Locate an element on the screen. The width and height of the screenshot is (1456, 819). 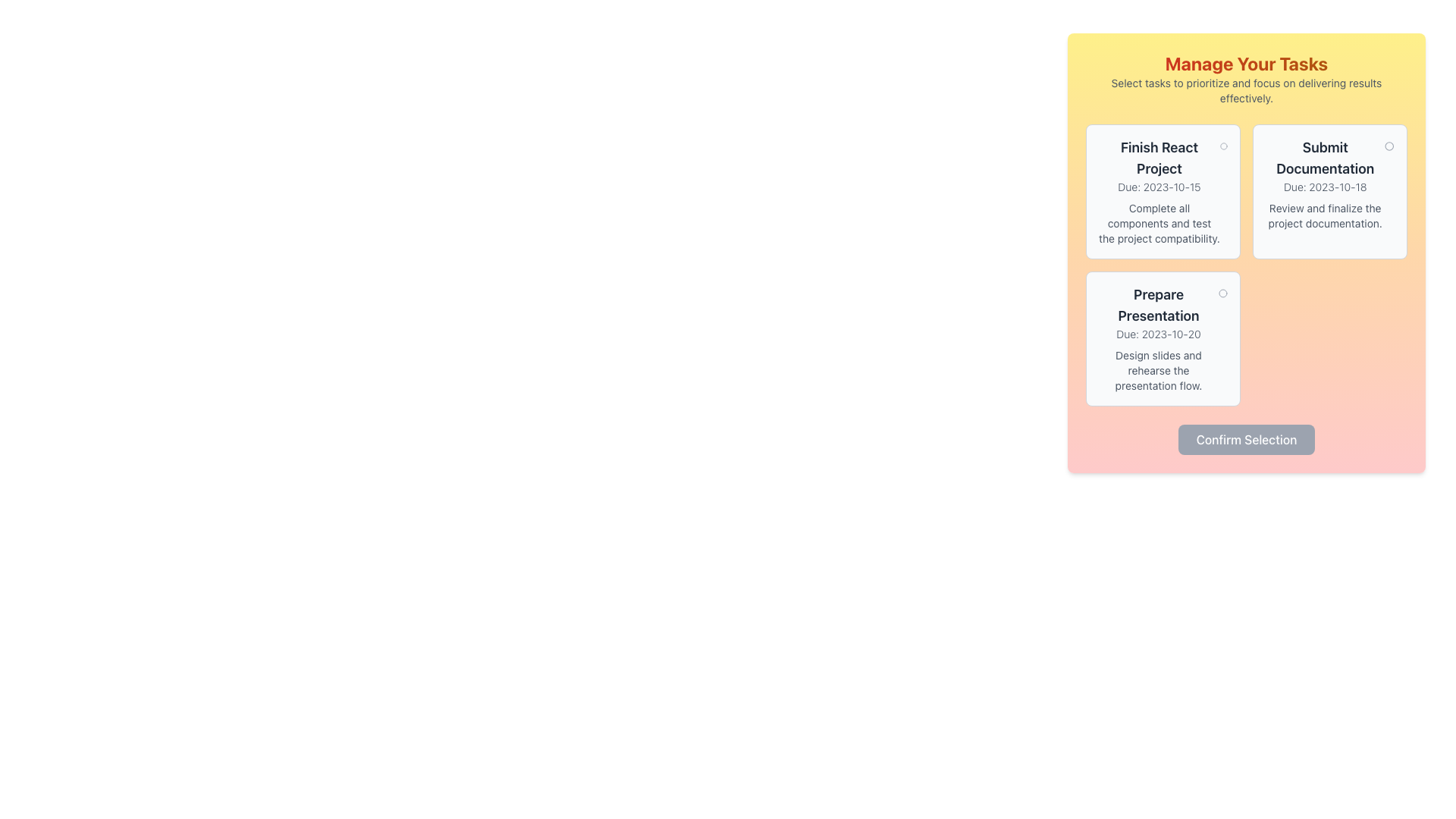
text label displaying 'Due: 2023-10-20' located below the task title 'Prepare Presentation' in the bottom-left card of the 2x2 grid layout is located at coordinates (1157, 333).